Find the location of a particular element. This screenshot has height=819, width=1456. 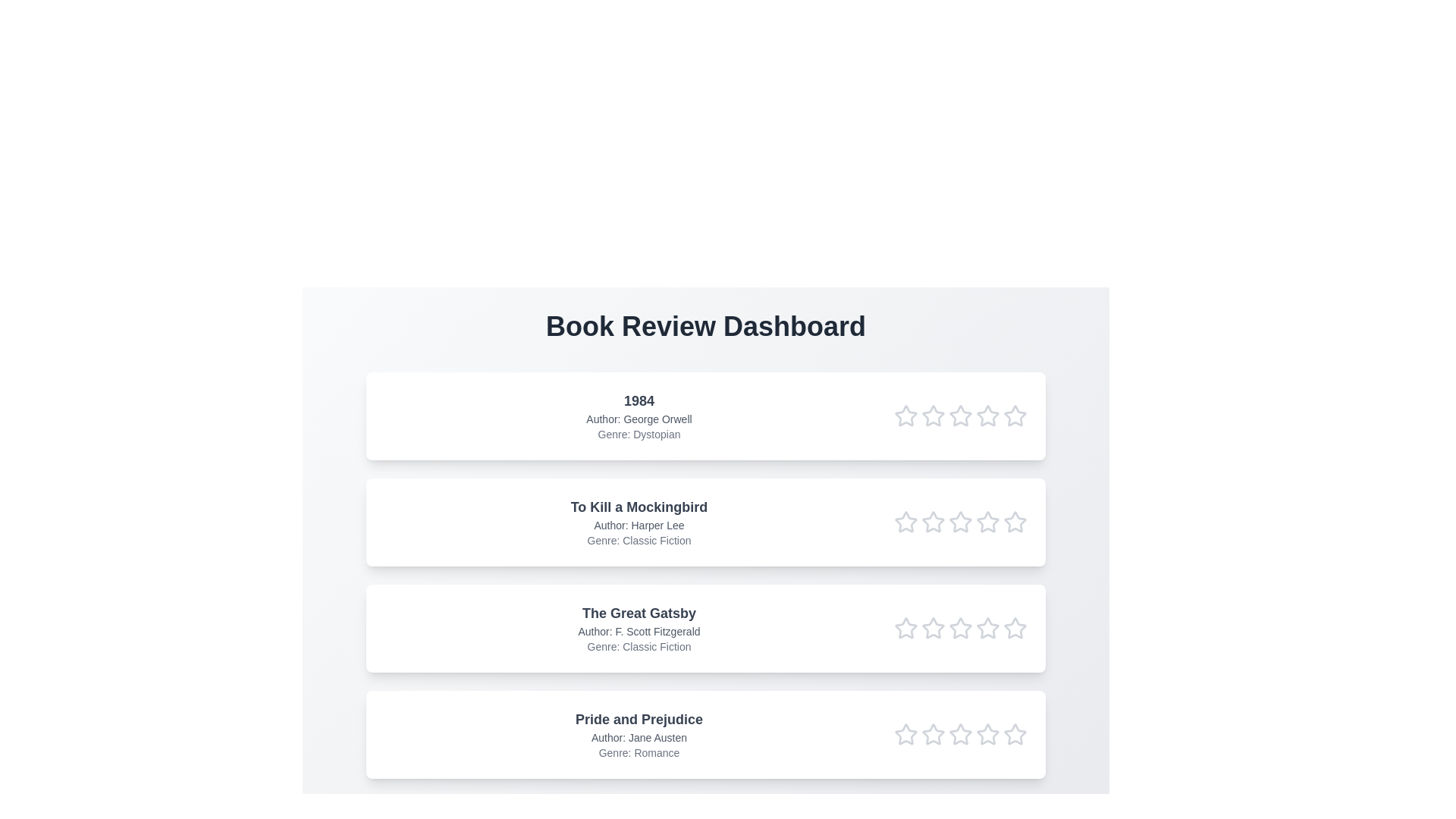

the star corresponding to 5 in the rating row of the book titled 1984 is located at coordinates (1015, 416).